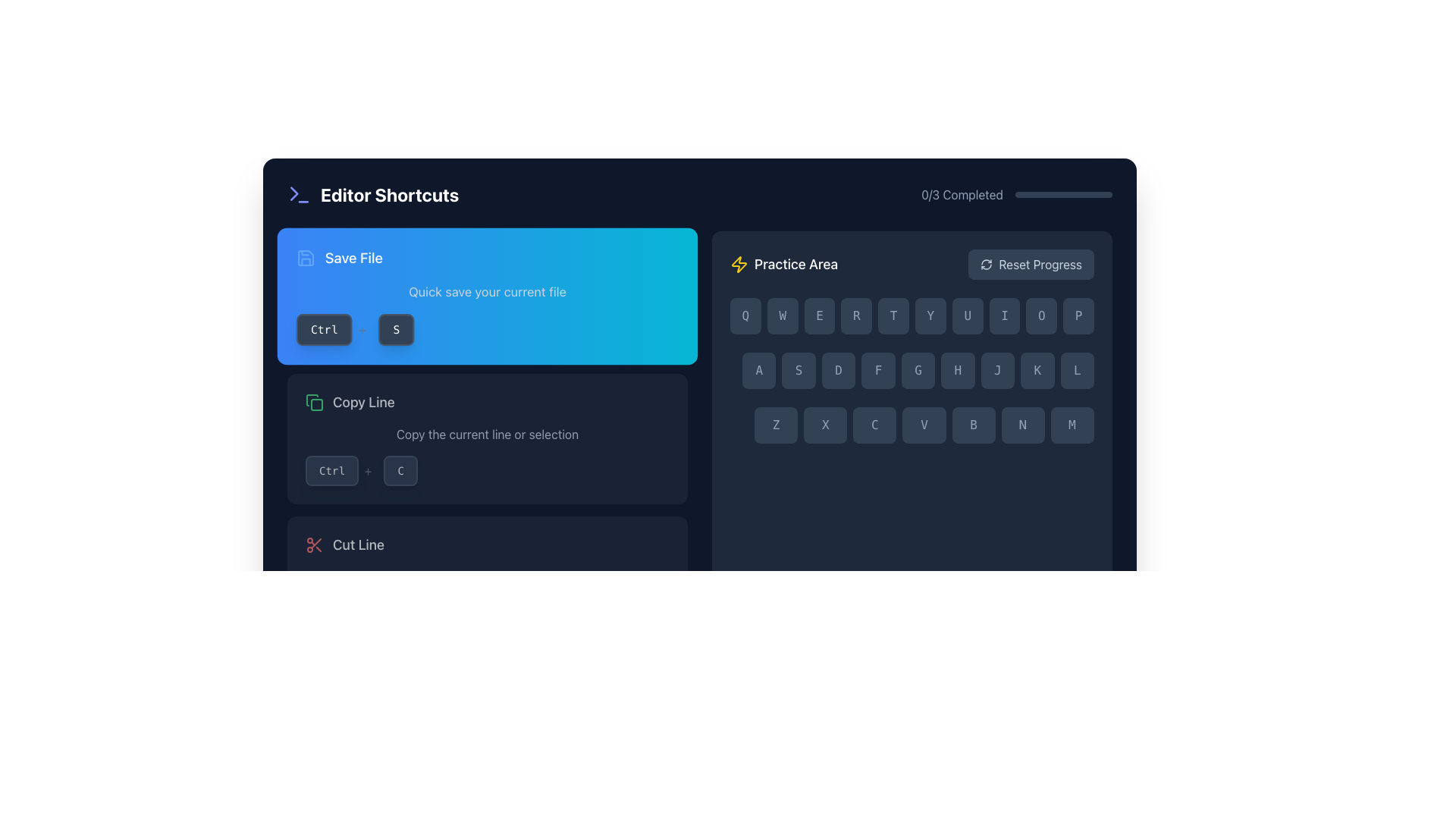  I want to click on the 'O' key on the virtual keyboard, so click(1040, 315).